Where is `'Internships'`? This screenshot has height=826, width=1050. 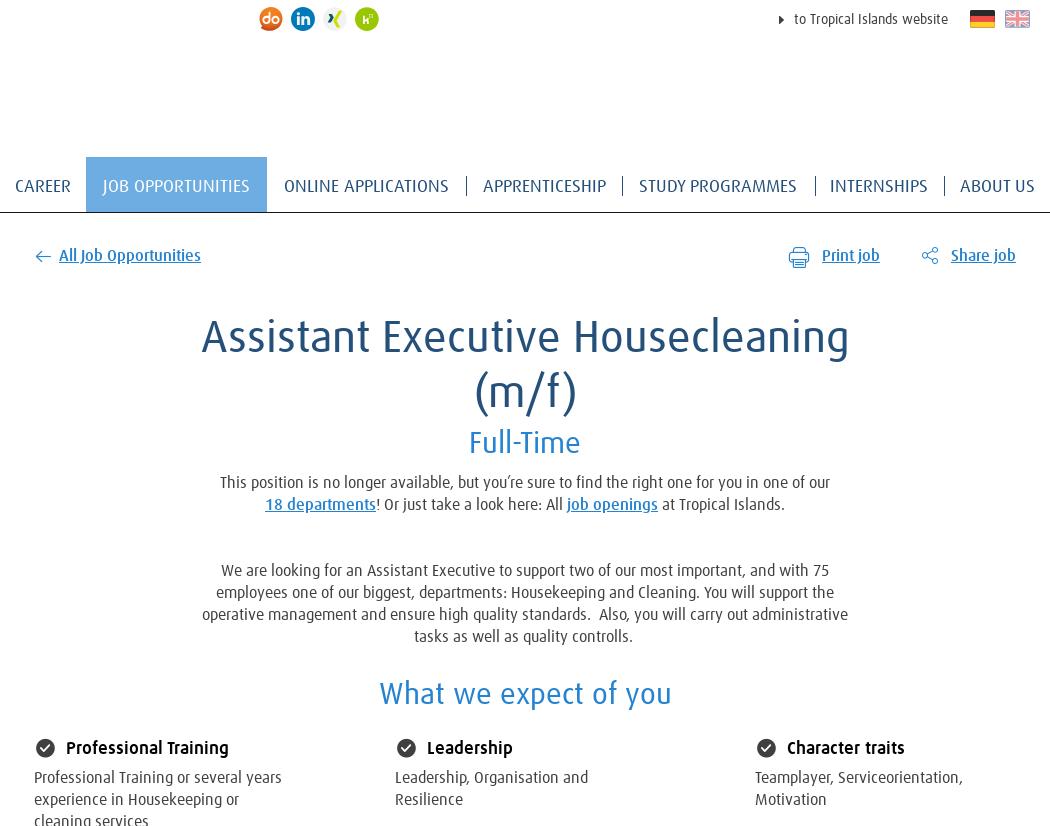
'Internships' is located at coordinates (877, 187).